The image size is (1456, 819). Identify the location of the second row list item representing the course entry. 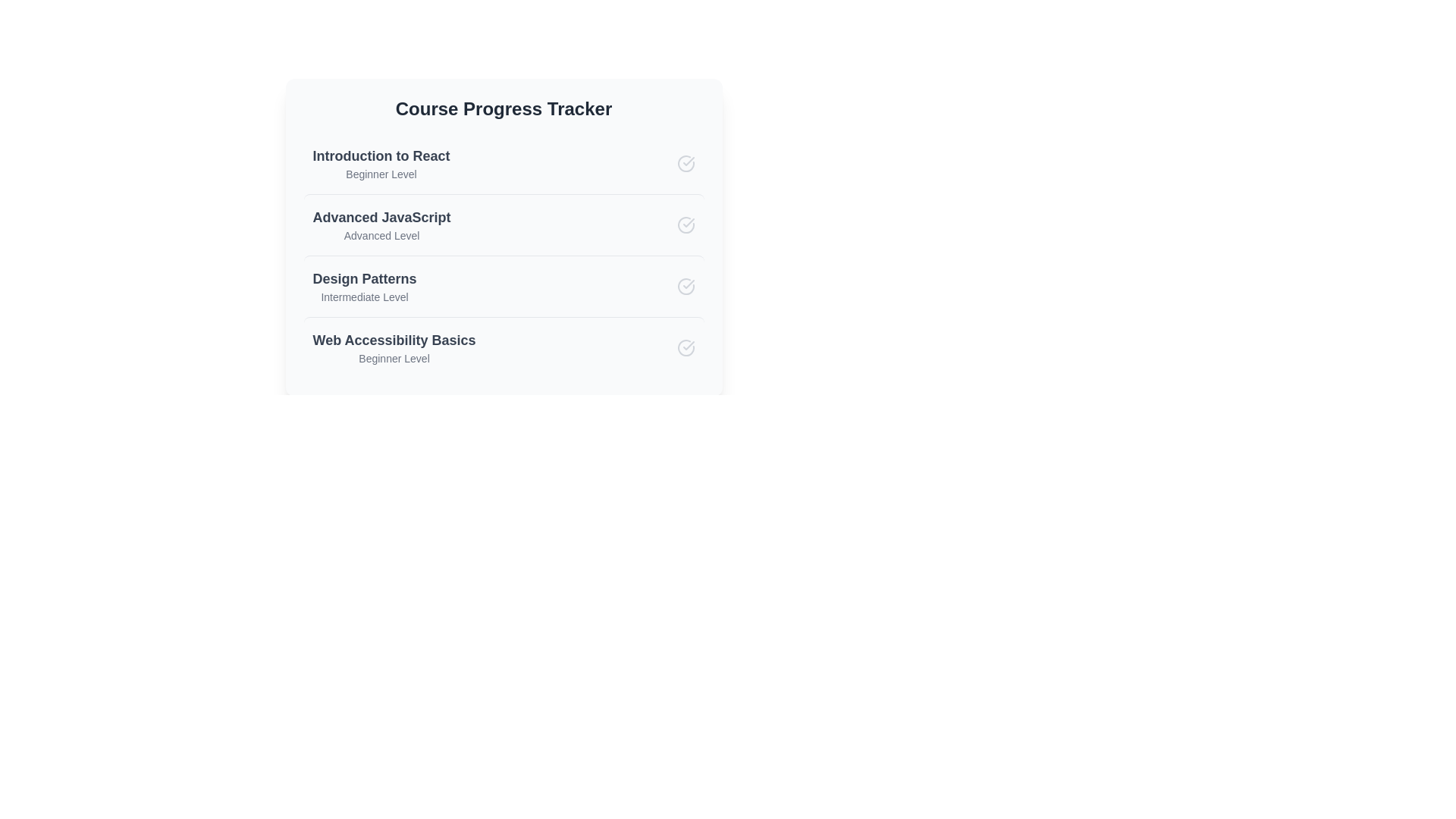
(504, 227).